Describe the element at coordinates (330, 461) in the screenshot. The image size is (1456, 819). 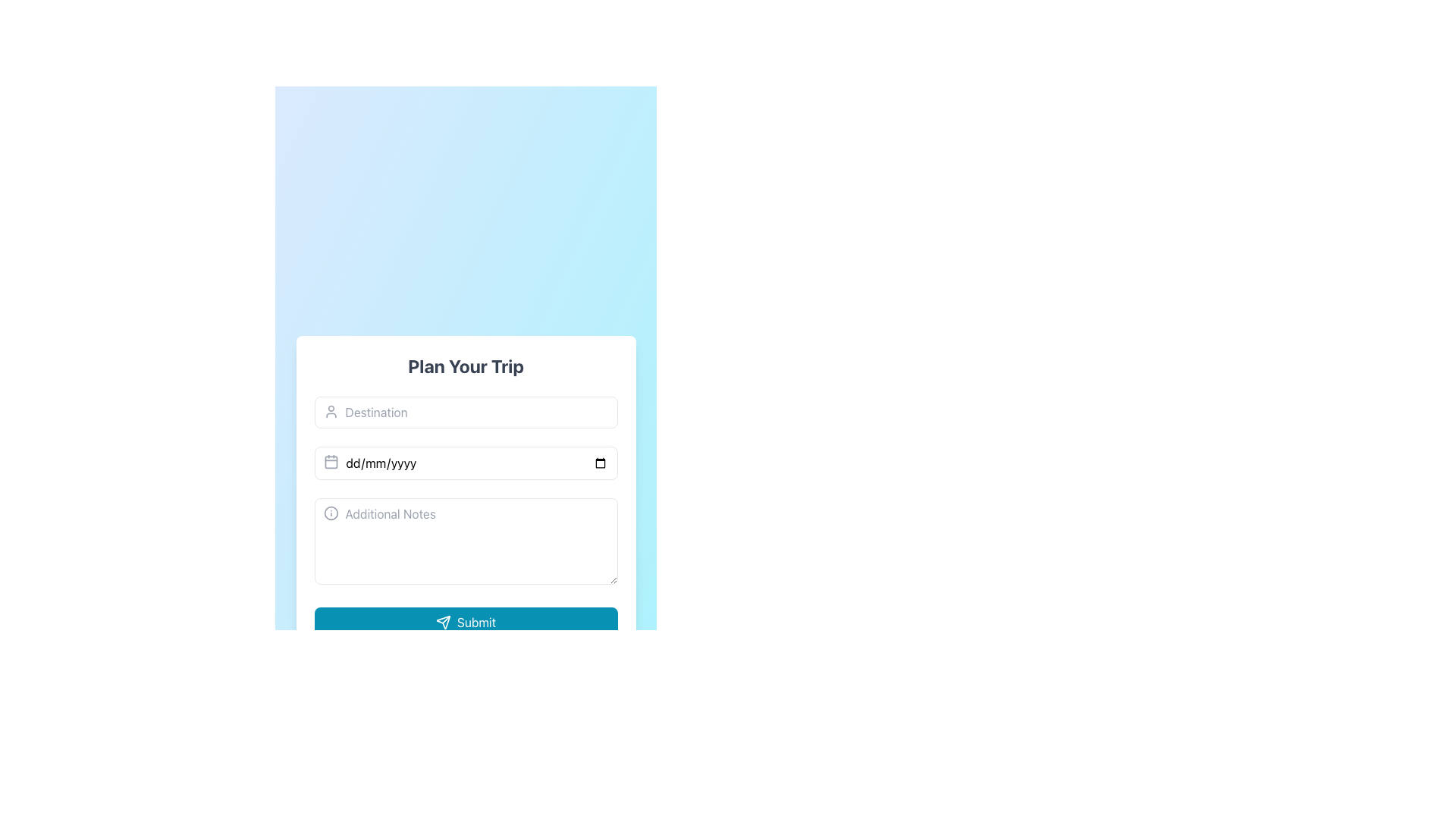
I see `the decorative graphical element of the calendar icon, which visually indicates a date-related functionality, located to the left of the 'dd/mm/yyyy' input field` at that location.